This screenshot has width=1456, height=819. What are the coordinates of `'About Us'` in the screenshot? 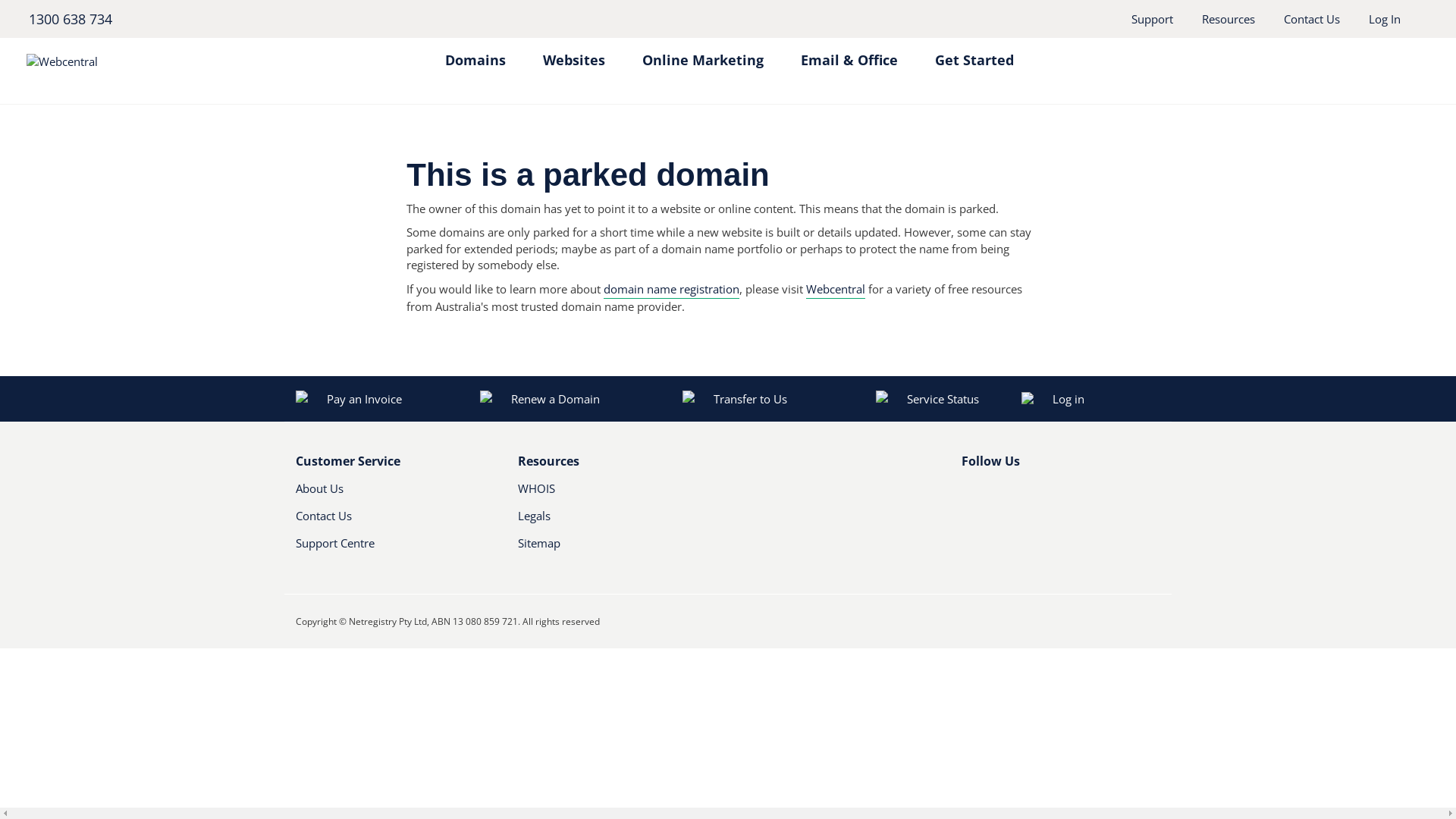 It's located at (380, 494).